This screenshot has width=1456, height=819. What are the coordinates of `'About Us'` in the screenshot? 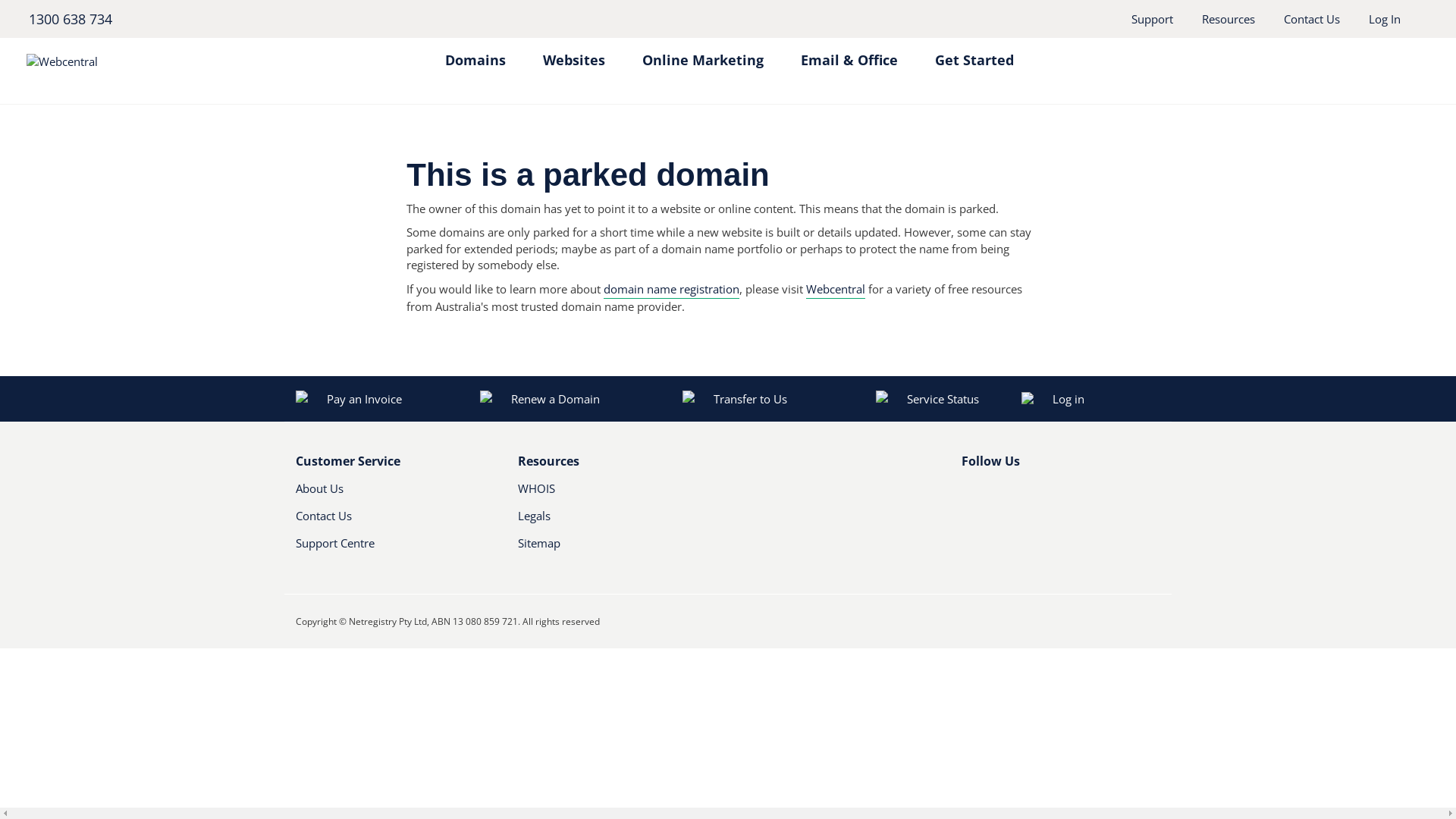 It's located at (380, 494).